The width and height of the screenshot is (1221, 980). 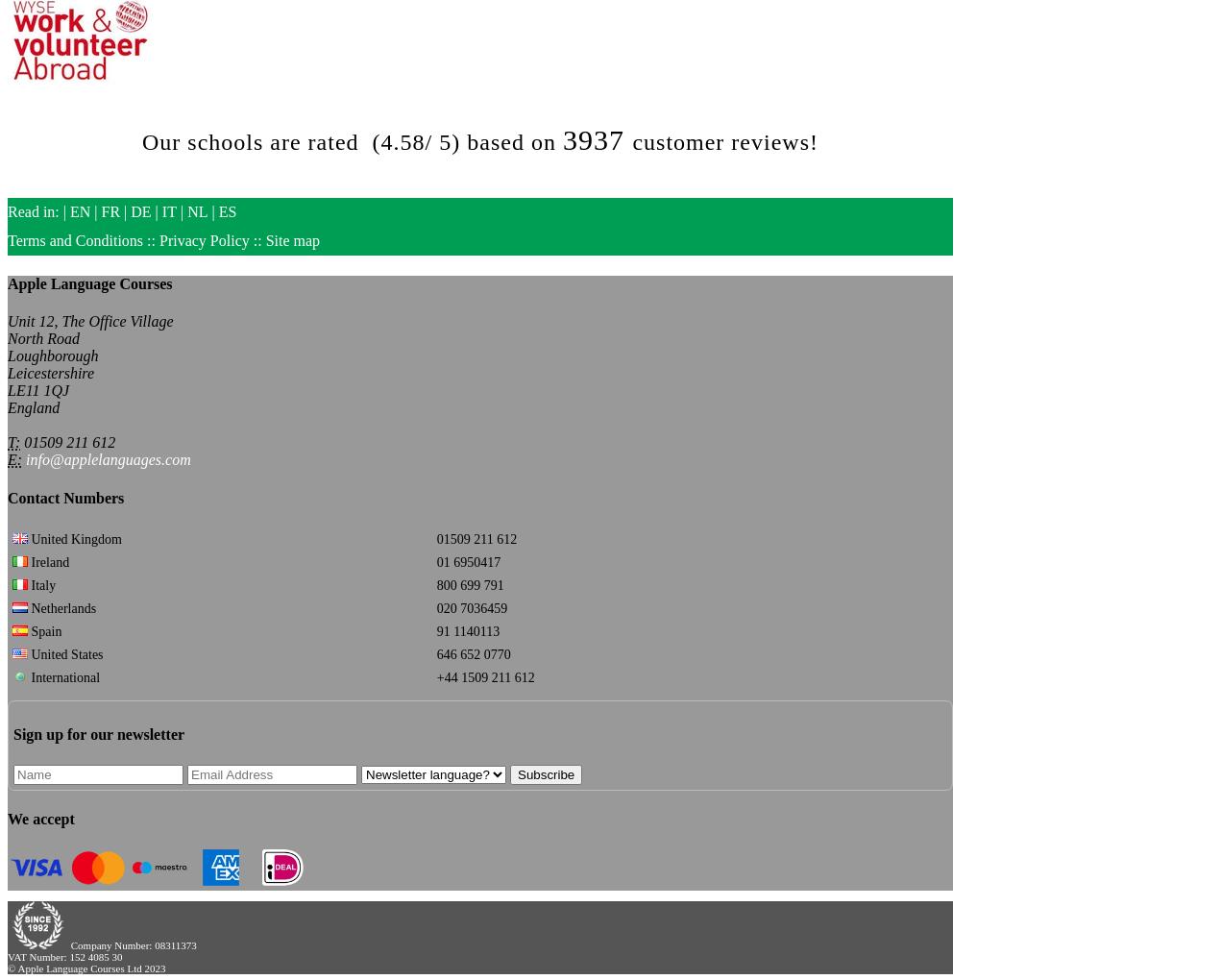 I want to click on '5', so click(x=444, y=140).